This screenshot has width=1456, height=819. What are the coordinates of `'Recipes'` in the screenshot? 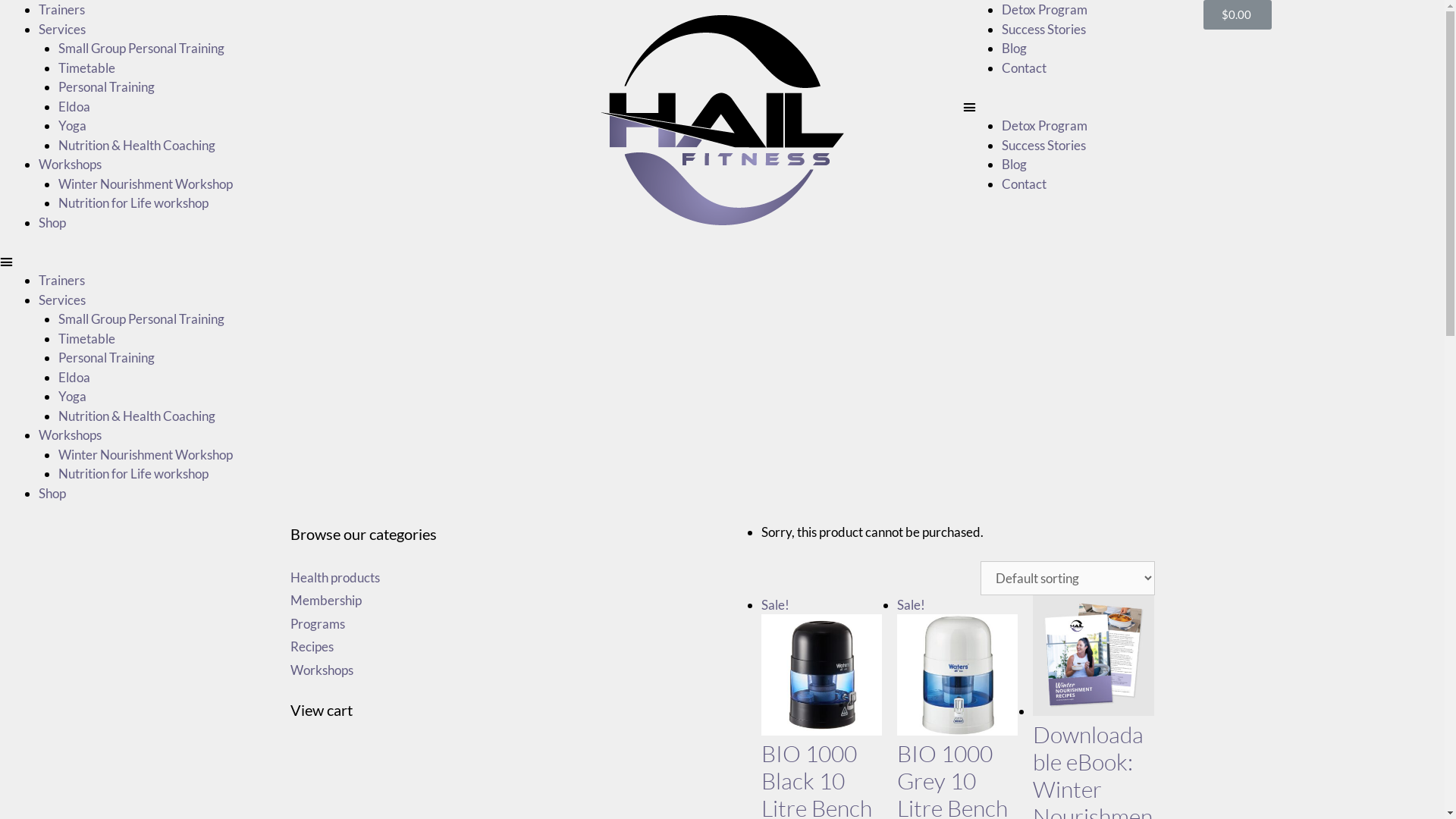 It's located at (290, 646).